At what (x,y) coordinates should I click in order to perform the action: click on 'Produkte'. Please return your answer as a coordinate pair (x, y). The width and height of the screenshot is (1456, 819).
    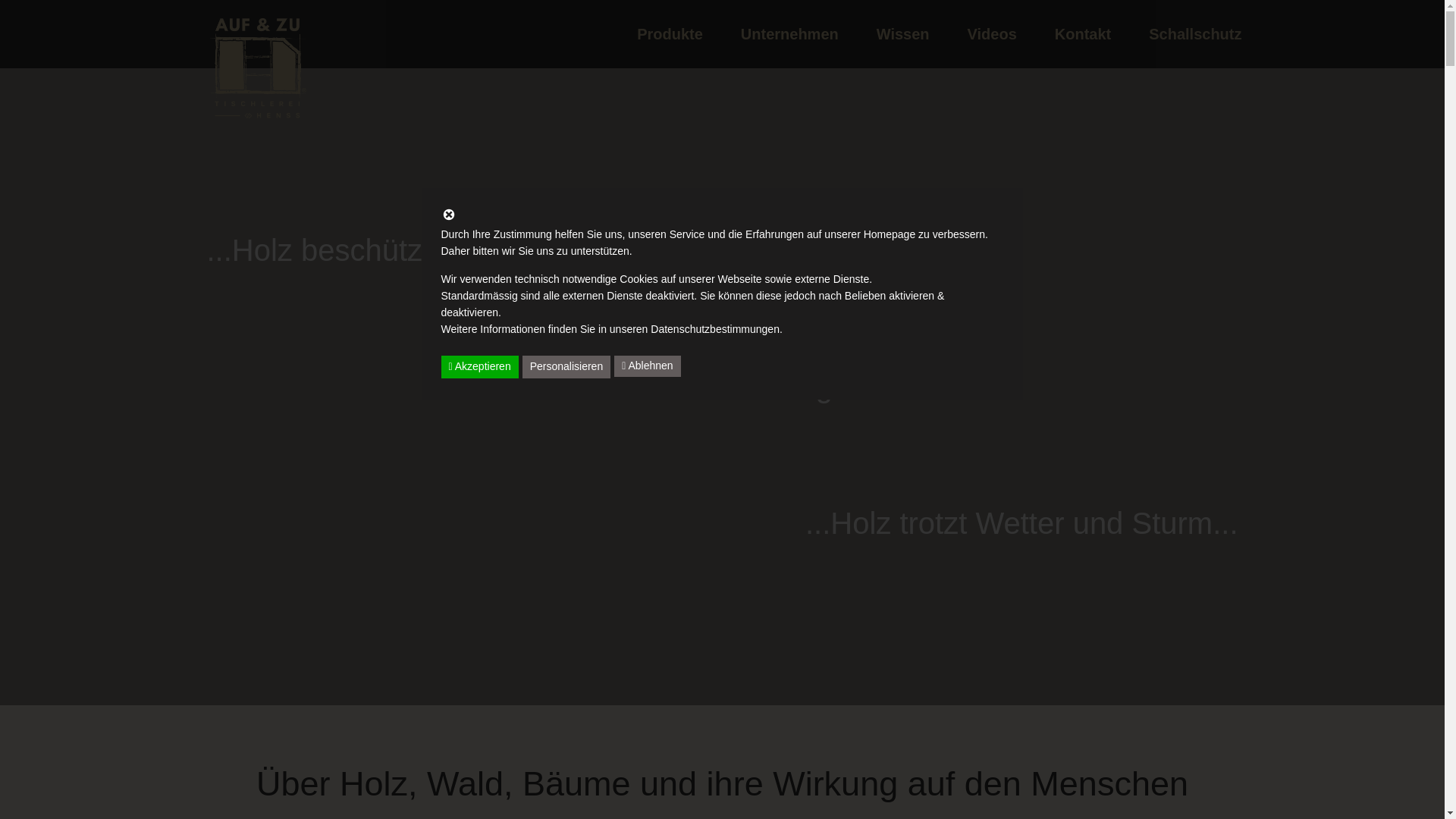
    Looking at the image, I should click on (669, 34).